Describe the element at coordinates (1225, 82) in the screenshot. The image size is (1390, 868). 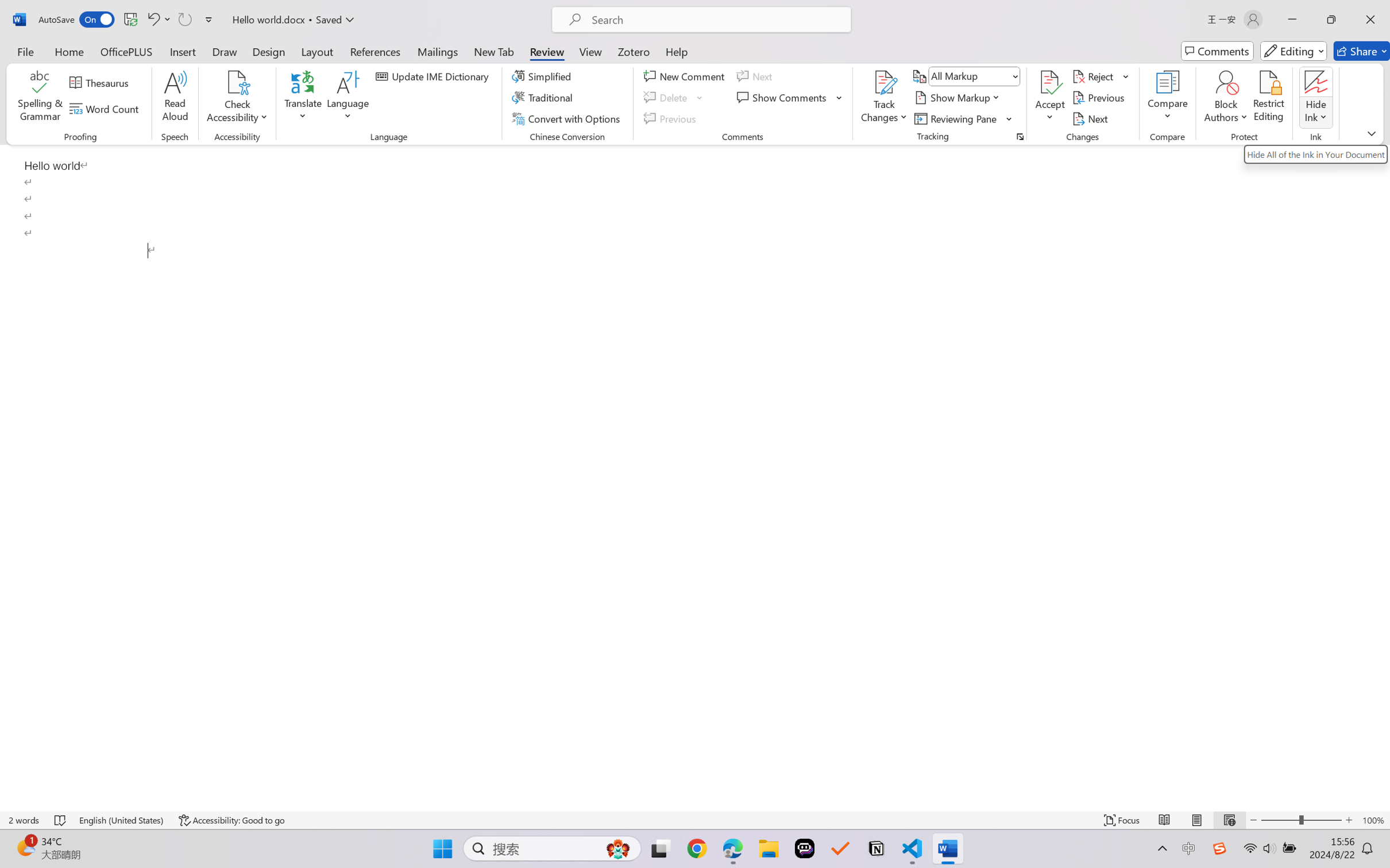
I see `'Block Authors'` at that location.